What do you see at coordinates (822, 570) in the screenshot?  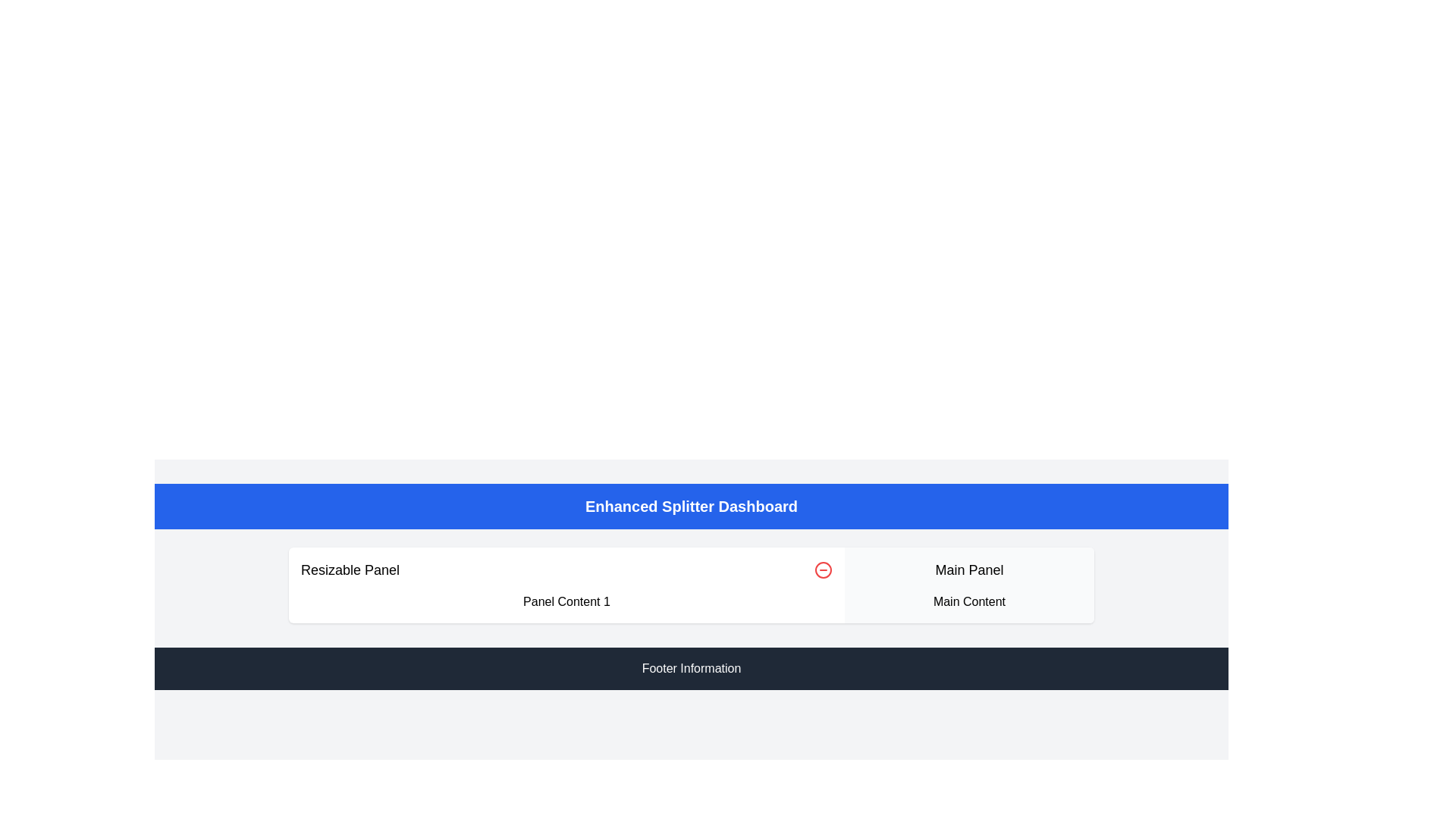 I see `the SVG graphic element (circle) representing a 'remove' action, located in the right half of the panel next to 'Panel Content 1'` at bounding box center [822, 570].